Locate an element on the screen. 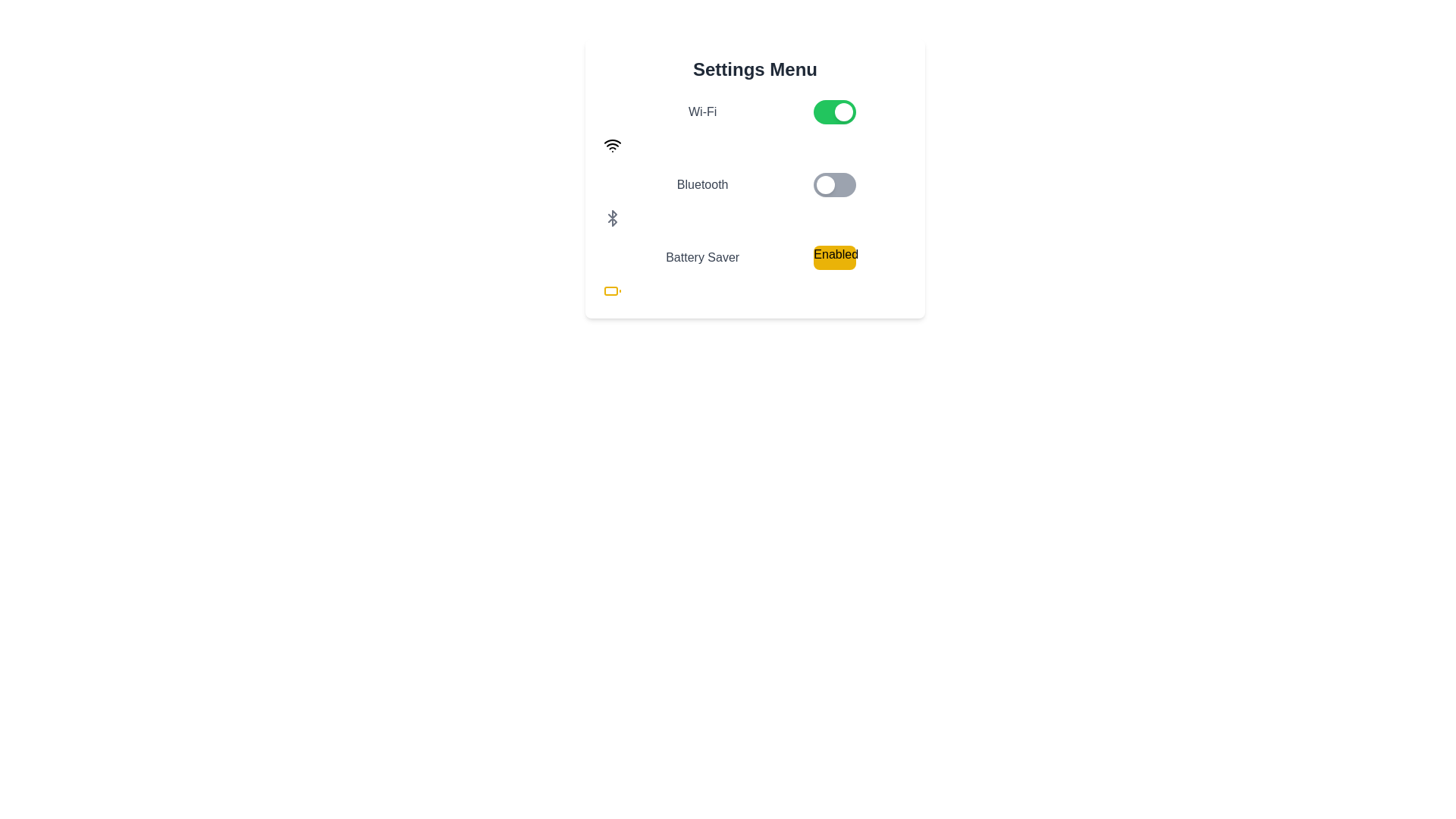 The height and width of the screenshot is (819, 1456). the Wi-Fi icon, which is a black icon with stacked arcs and a dot beneath them, located at the leftmost position in the grid layout, aligned with the 'Wi-Fi' text and toggle switch is located at coordinates (612, 146).